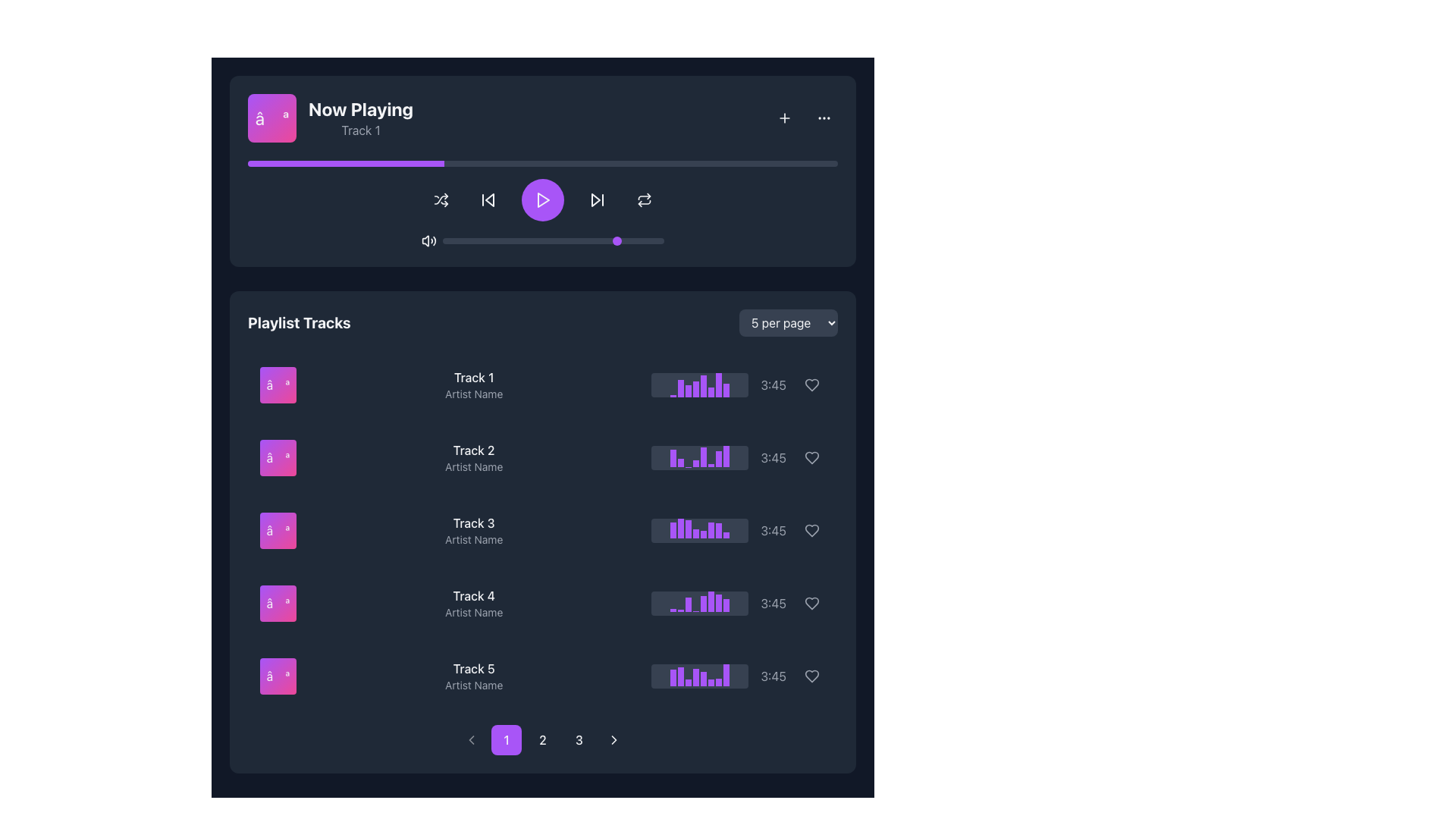 The height and width of the screenshot is (819, 1456). I want to click on the graphical visualization bar, which is the third vertical bar from the left in a horizontal group, indicating the progress of the associated song track, so click(688, 390).